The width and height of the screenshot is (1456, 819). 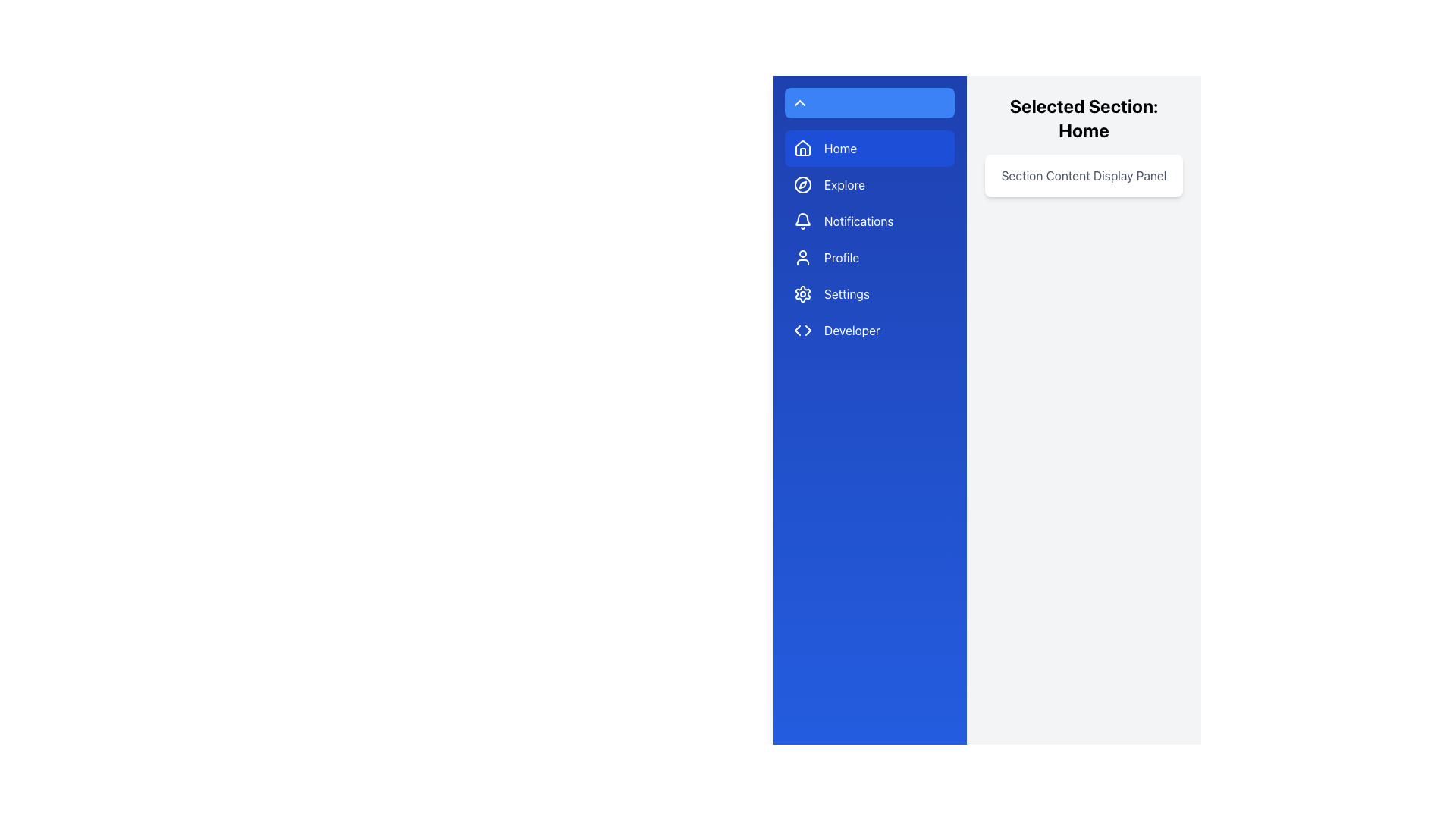 I want to click on the navigation button that directs users to the 'Developer' section, located at the sixth position in the vertical menu, below 'Settings', so click(x=870, y=329).